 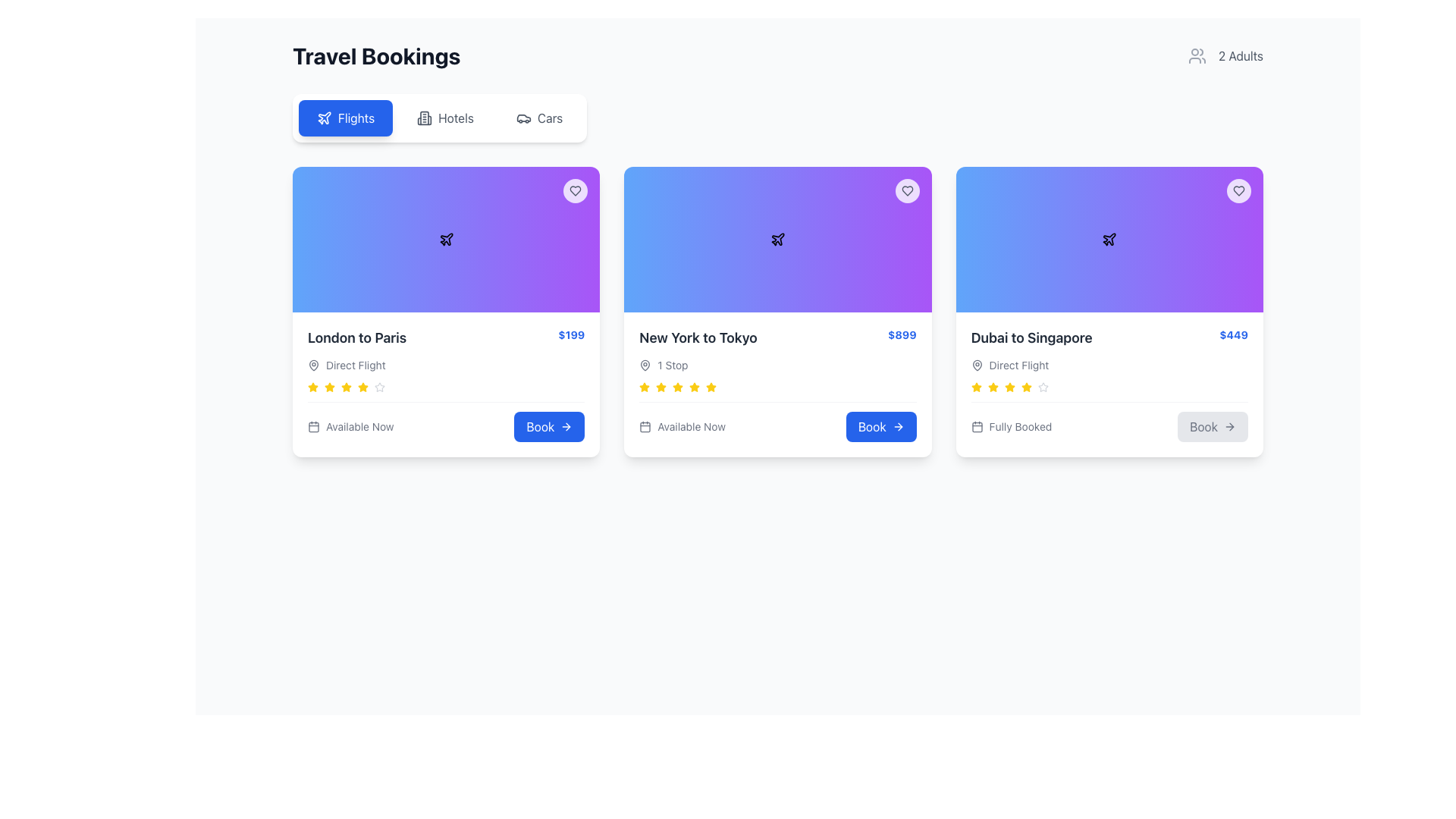 What do you see at coordinates (1042, 386) in the screenshot?
I see `the fifth hollow star in the rating star indicator below the 'Dubai to Singapore' card, which is outlined in gray and unfilled, contrasting with the nearby yellow-filled stars` at bounding box center [1042, 386].